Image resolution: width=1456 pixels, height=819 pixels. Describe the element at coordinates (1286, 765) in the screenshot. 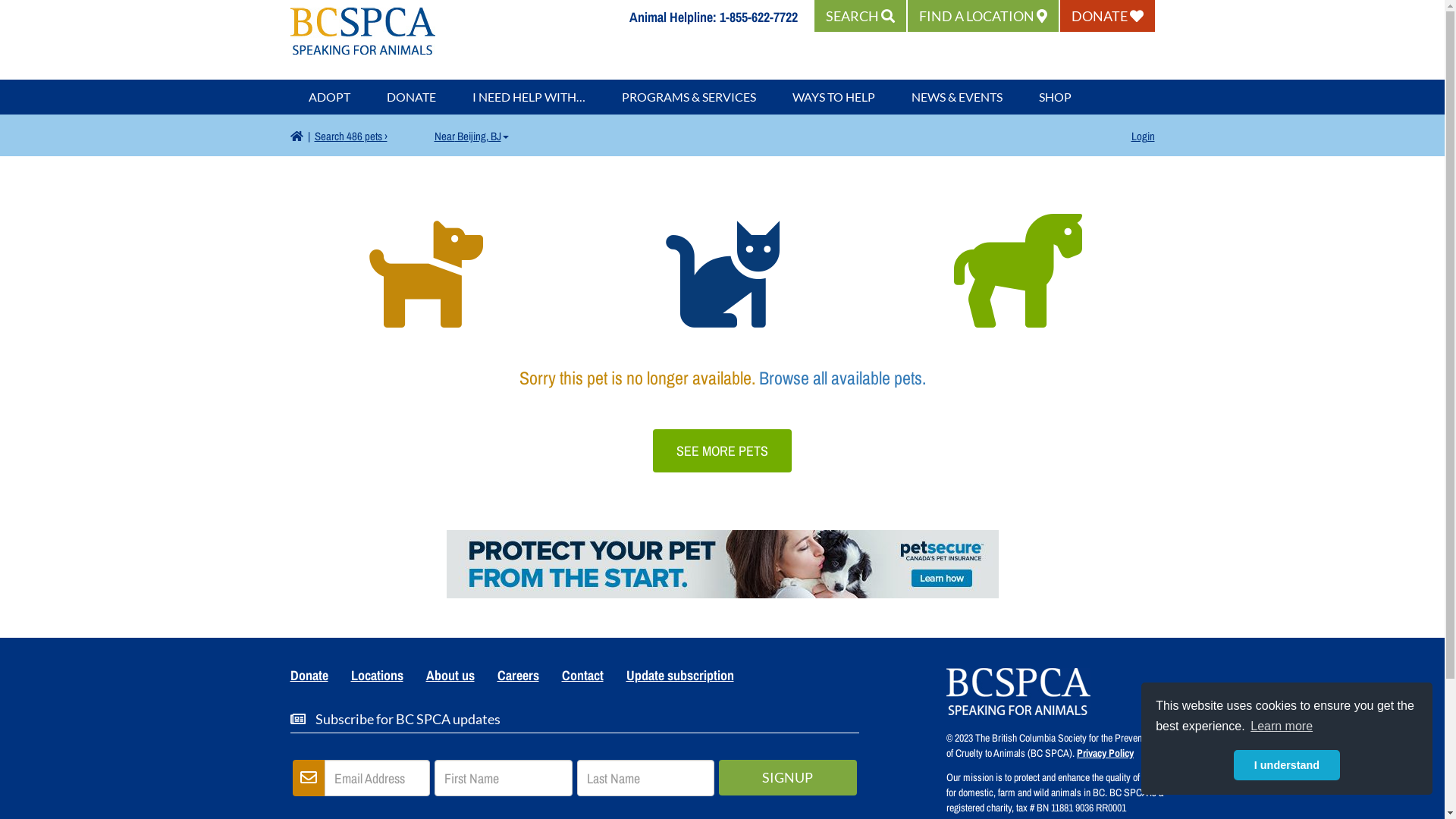

I see `'I understand'` at that location.